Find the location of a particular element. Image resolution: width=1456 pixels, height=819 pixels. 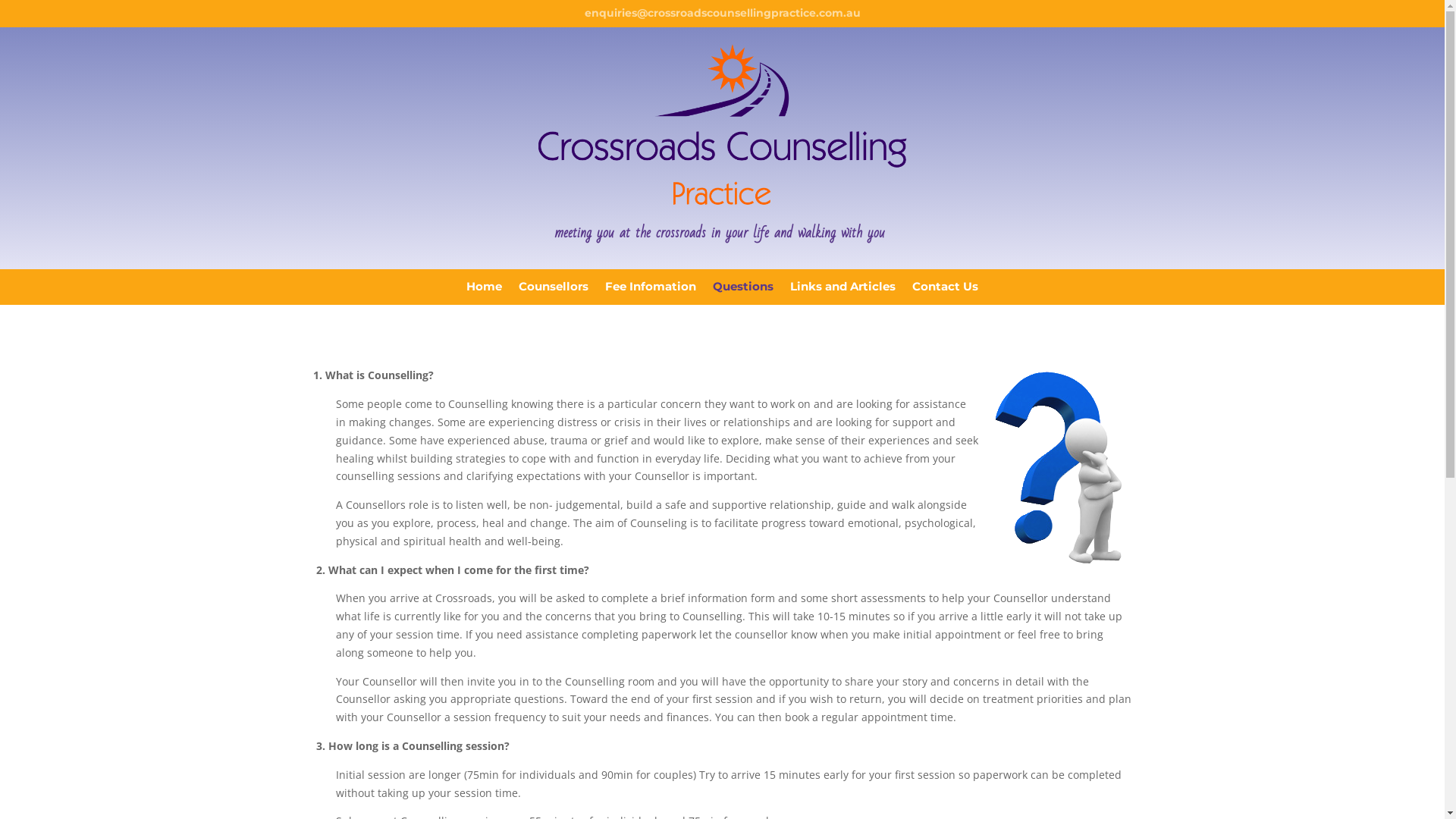

'Home' is located at coordinates (465, 289).